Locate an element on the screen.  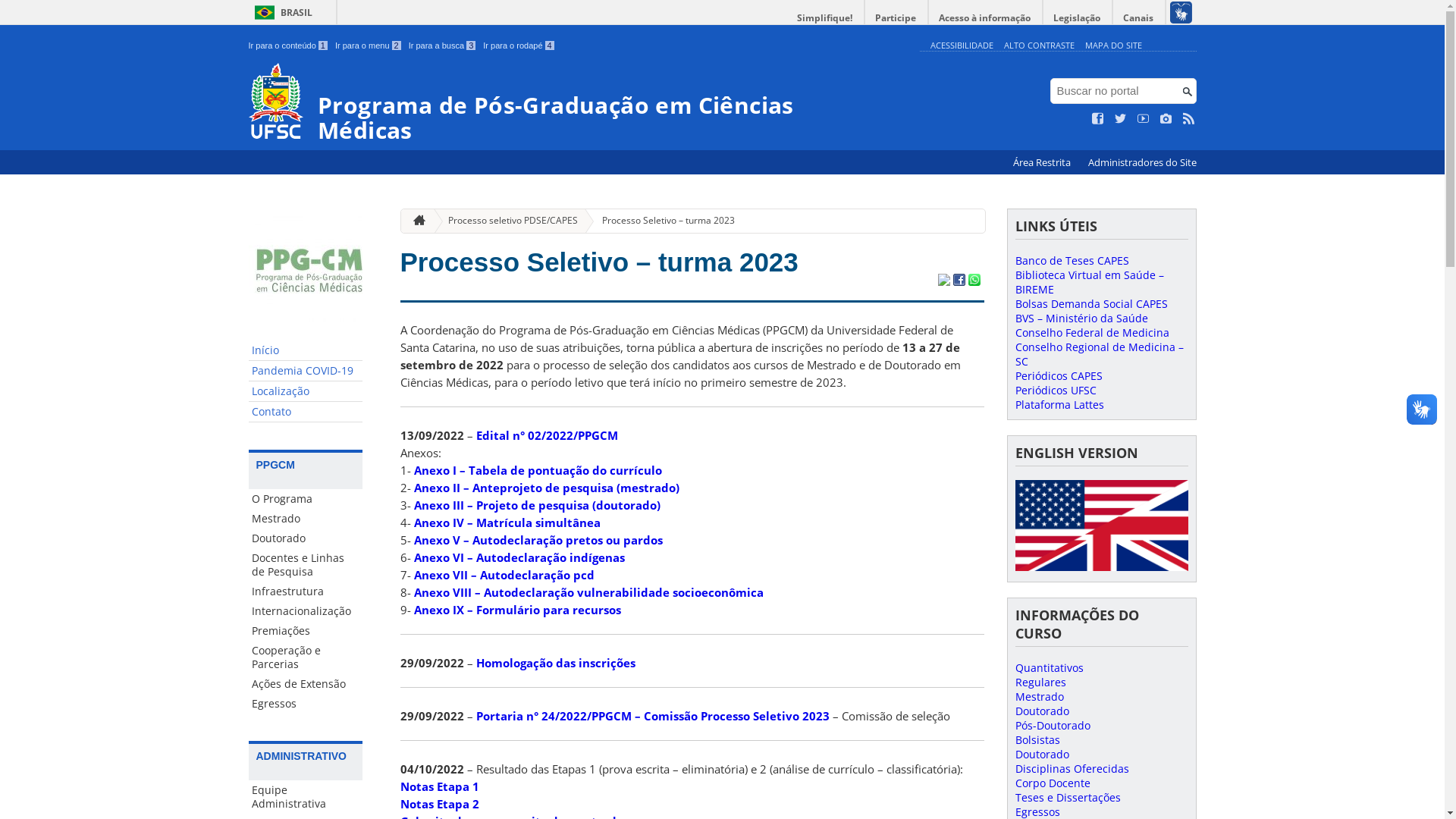
'MAPA DO SITE' is located at coordinates (1084, 44).